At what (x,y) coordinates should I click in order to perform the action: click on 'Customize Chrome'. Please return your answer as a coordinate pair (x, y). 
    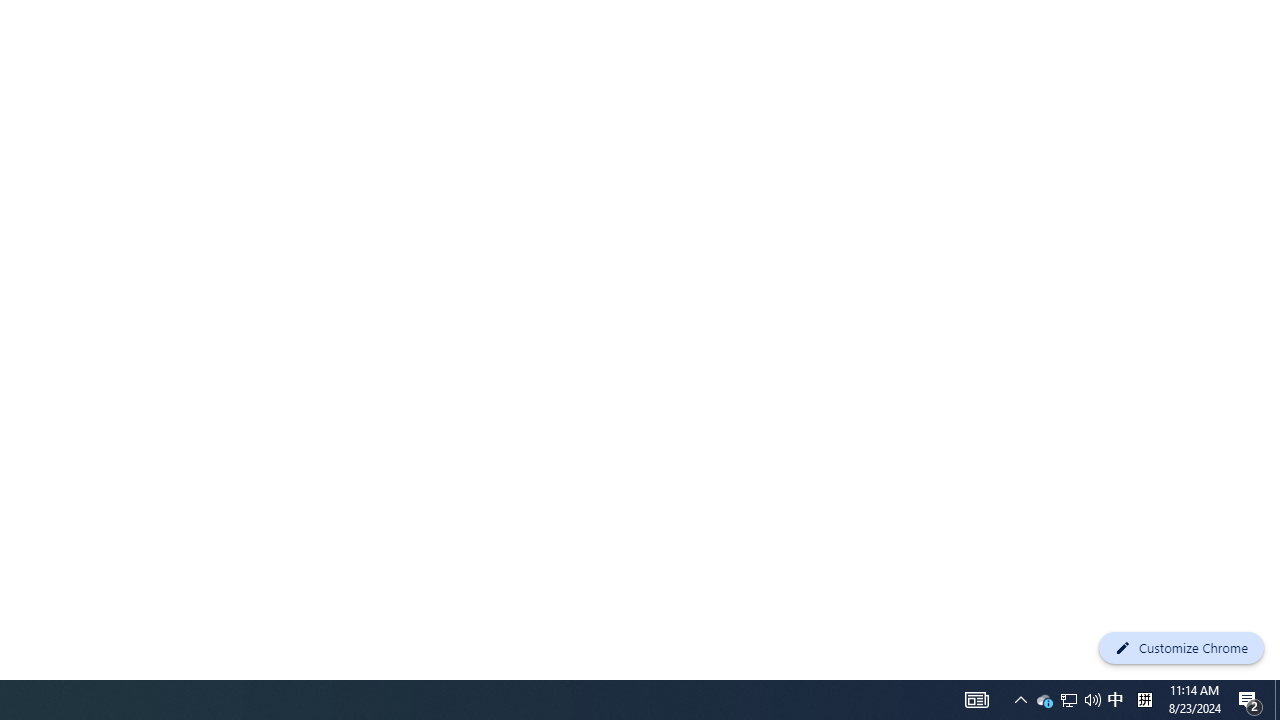
    Looking at the image, I should click on (1181, 648).